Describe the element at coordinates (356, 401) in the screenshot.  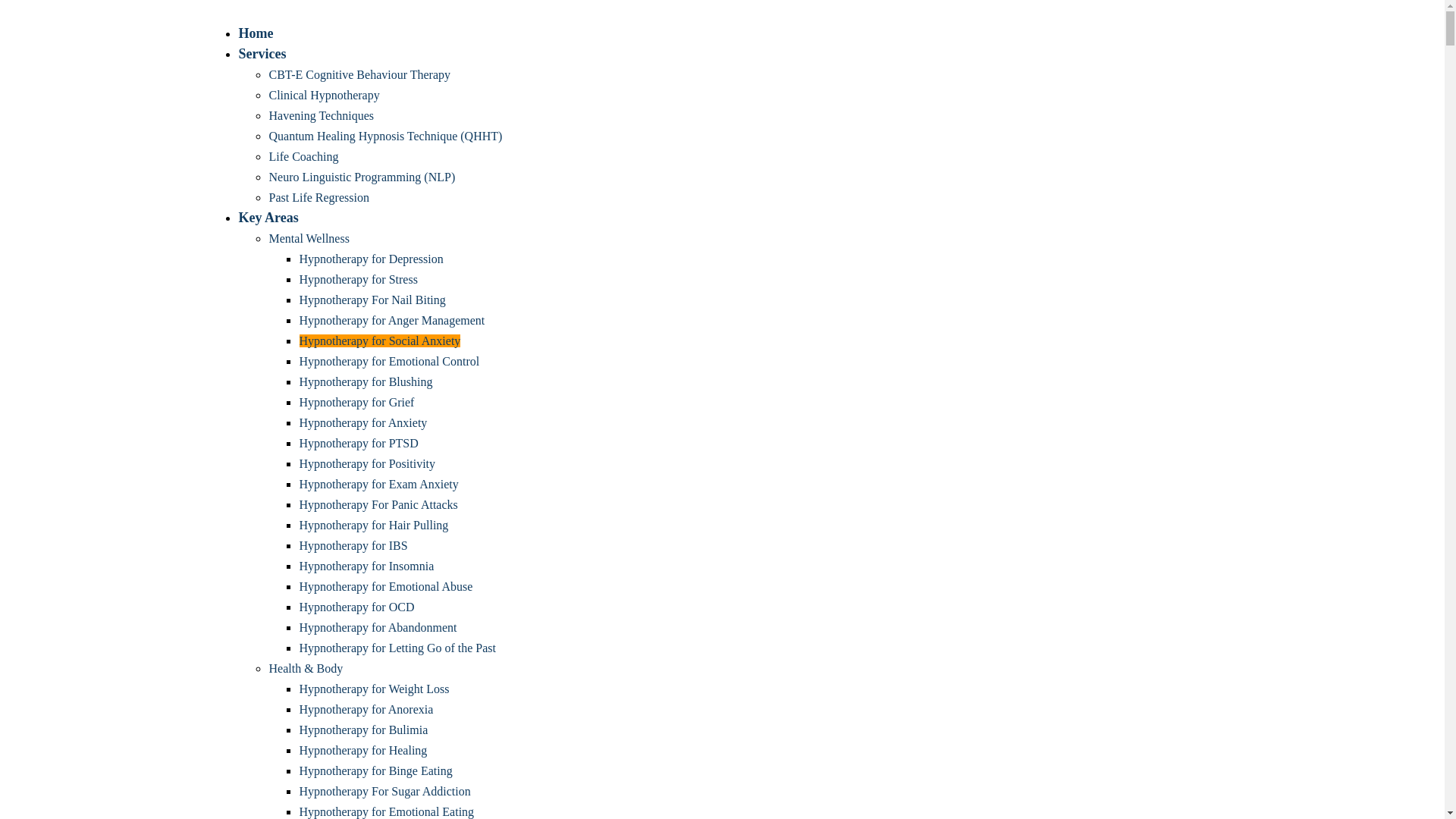
I see `'Hypnotherapy for Grief'` at that location.